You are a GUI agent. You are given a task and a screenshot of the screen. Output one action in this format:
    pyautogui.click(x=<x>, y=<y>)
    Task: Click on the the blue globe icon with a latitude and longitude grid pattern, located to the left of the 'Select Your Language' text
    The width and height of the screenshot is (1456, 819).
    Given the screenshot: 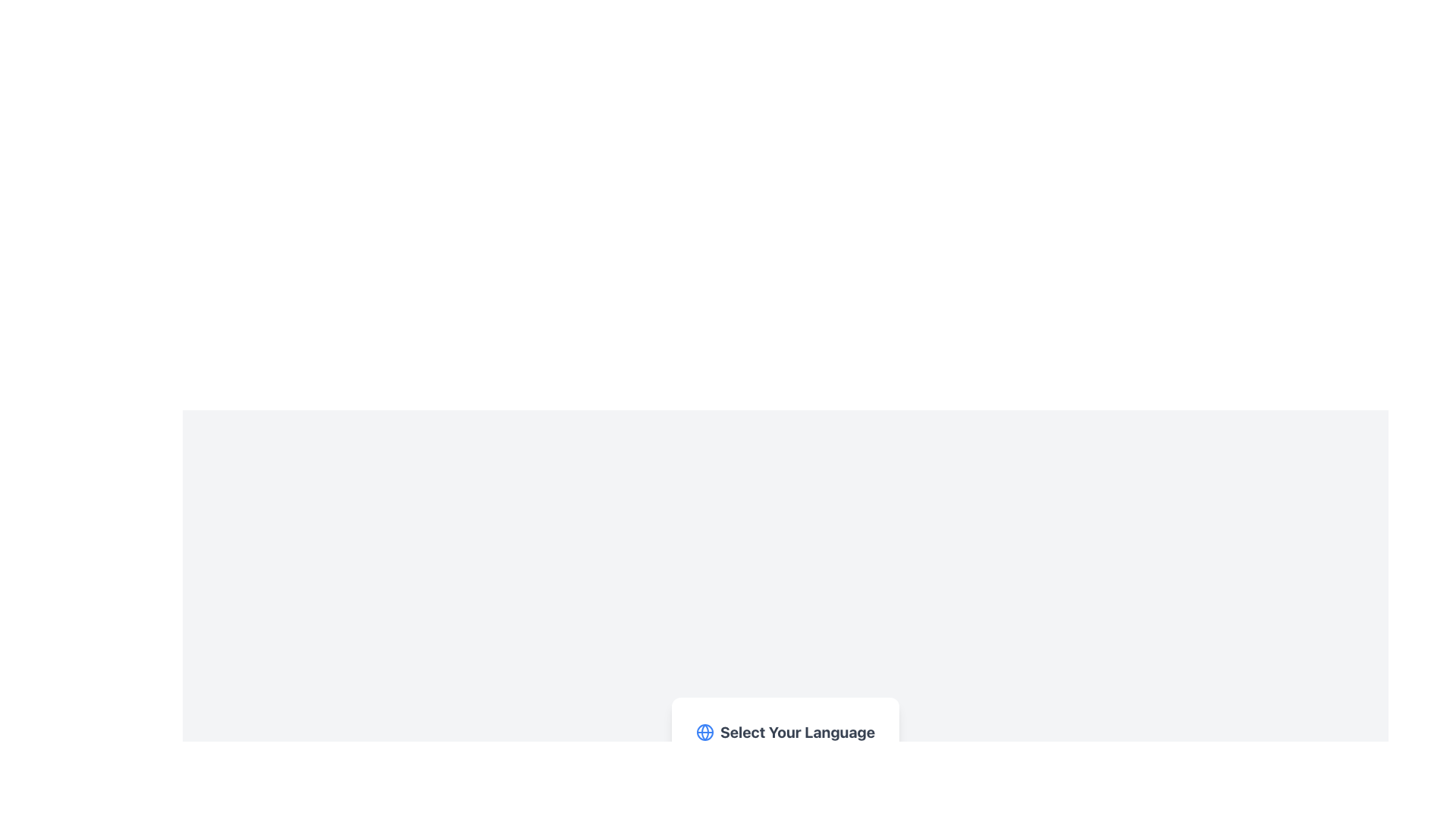 What is the action you would take?
    pyautogui.click(x=704, y=731)
    